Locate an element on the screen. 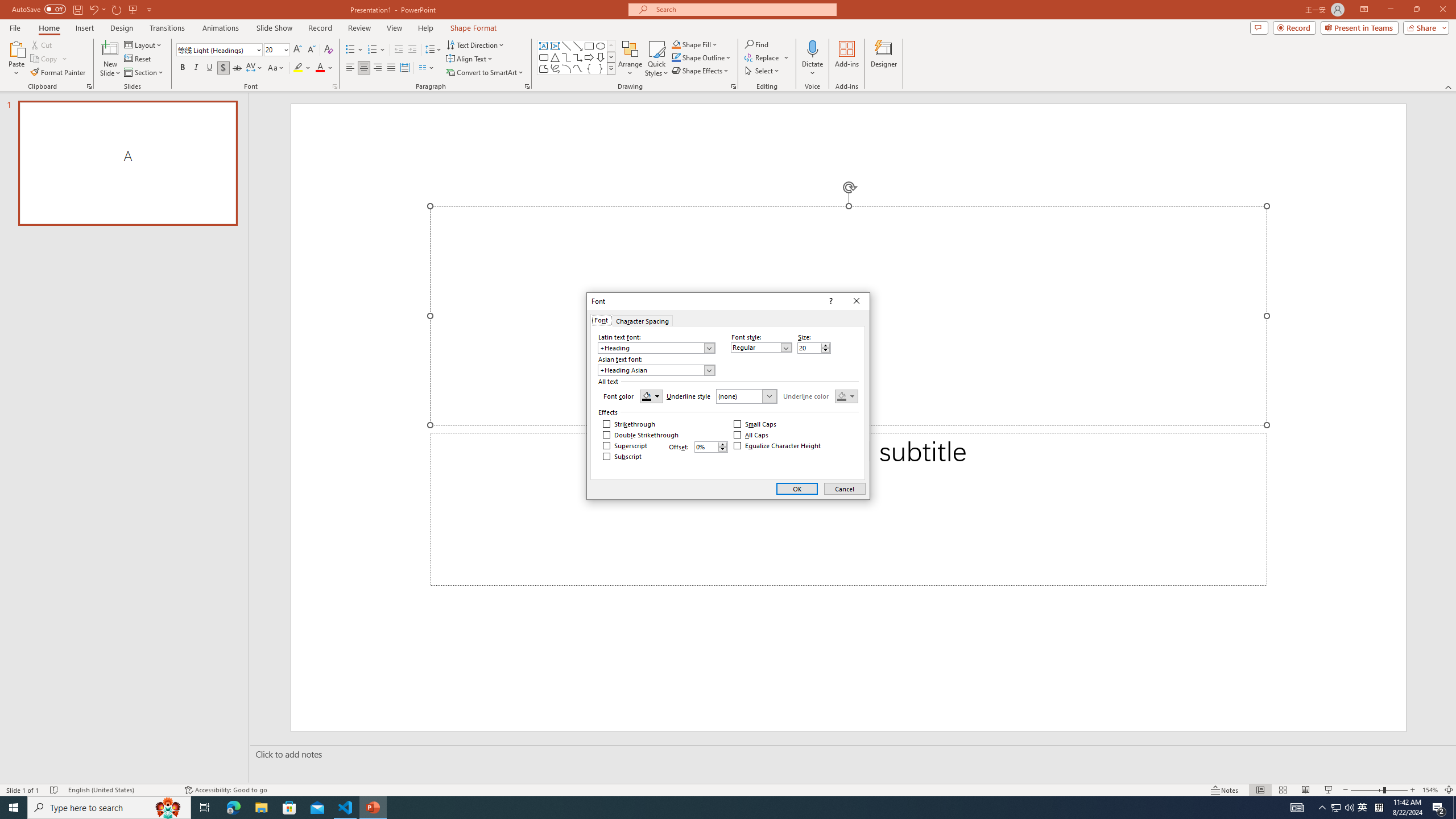 This screenshot has height=819, width=1456. 'Superscript' is located at coordinates (624, 446).